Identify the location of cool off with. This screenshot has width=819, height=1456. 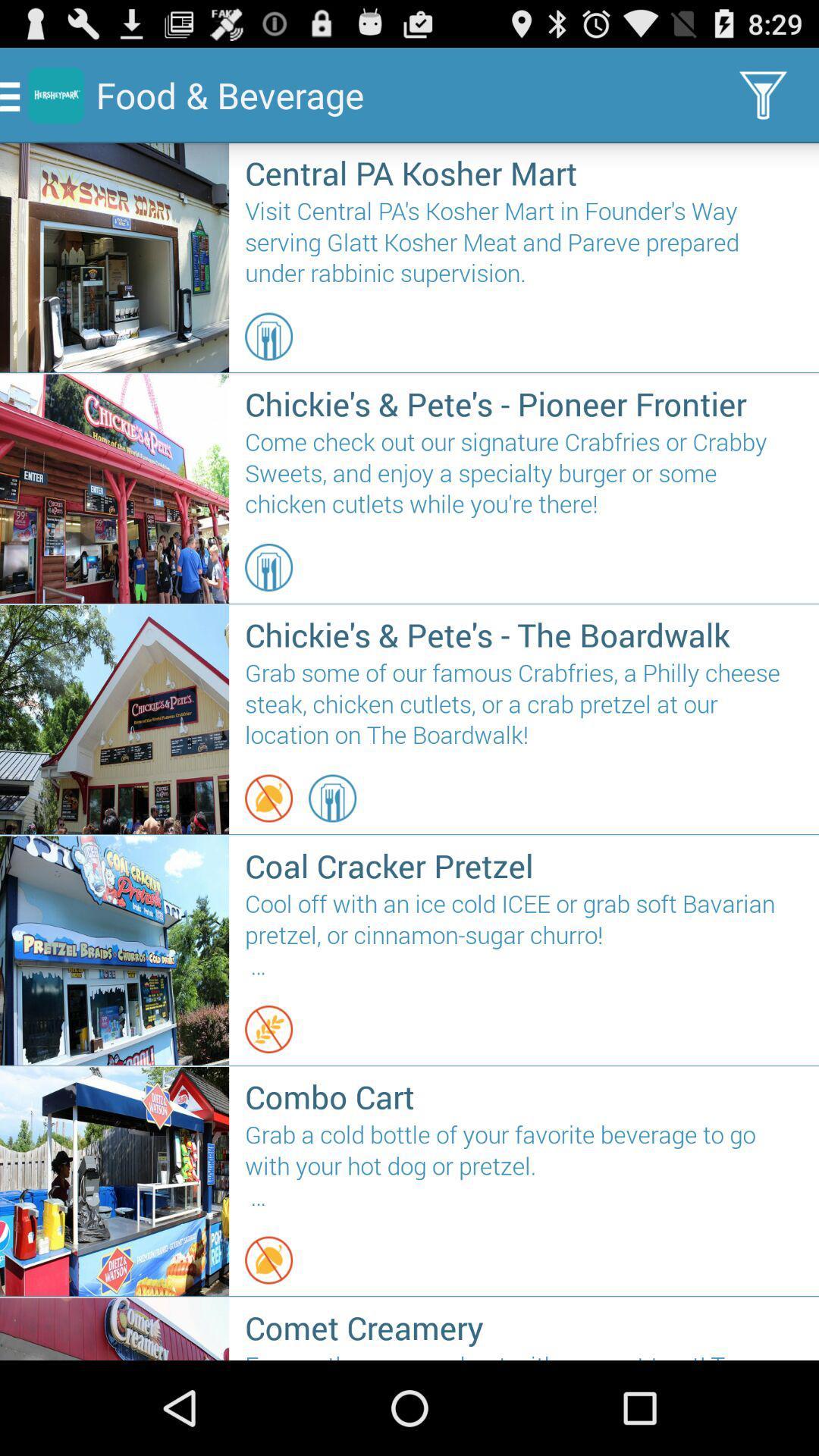
(523, 935).